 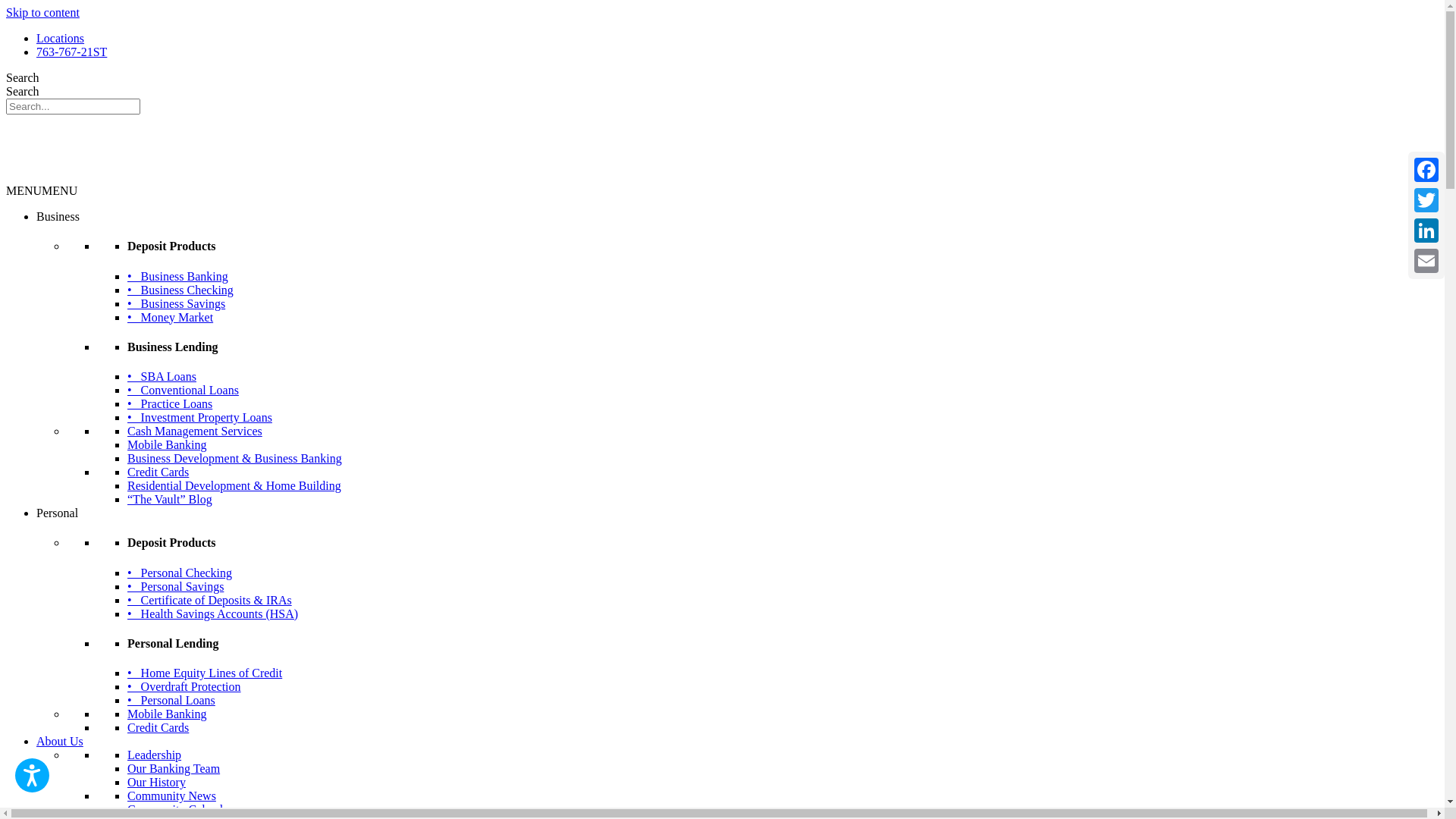 I want to click on 'Community Calendar', so click(x=127, y=808).